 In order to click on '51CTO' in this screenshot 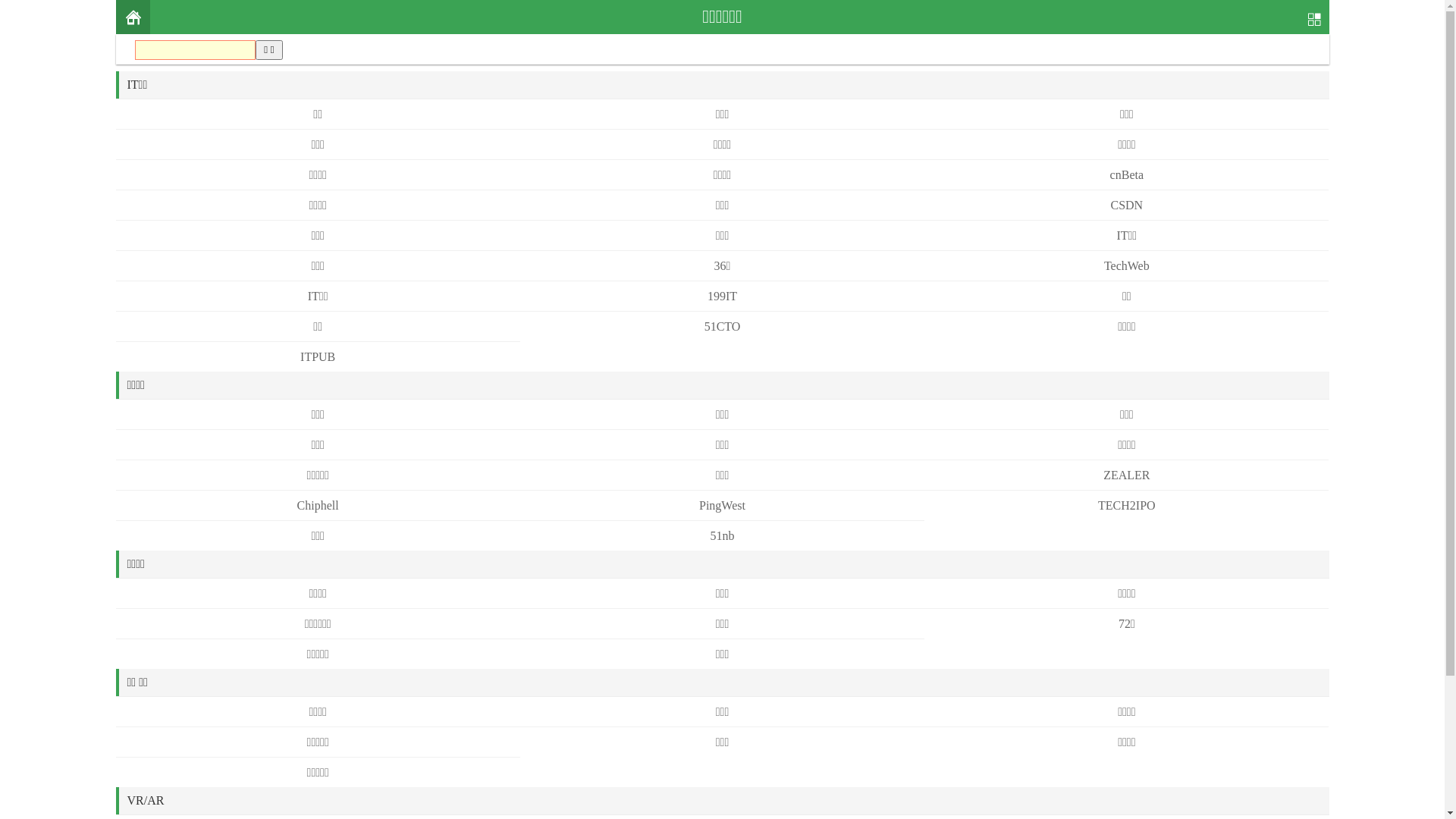, I will do `click(722, 325)`.